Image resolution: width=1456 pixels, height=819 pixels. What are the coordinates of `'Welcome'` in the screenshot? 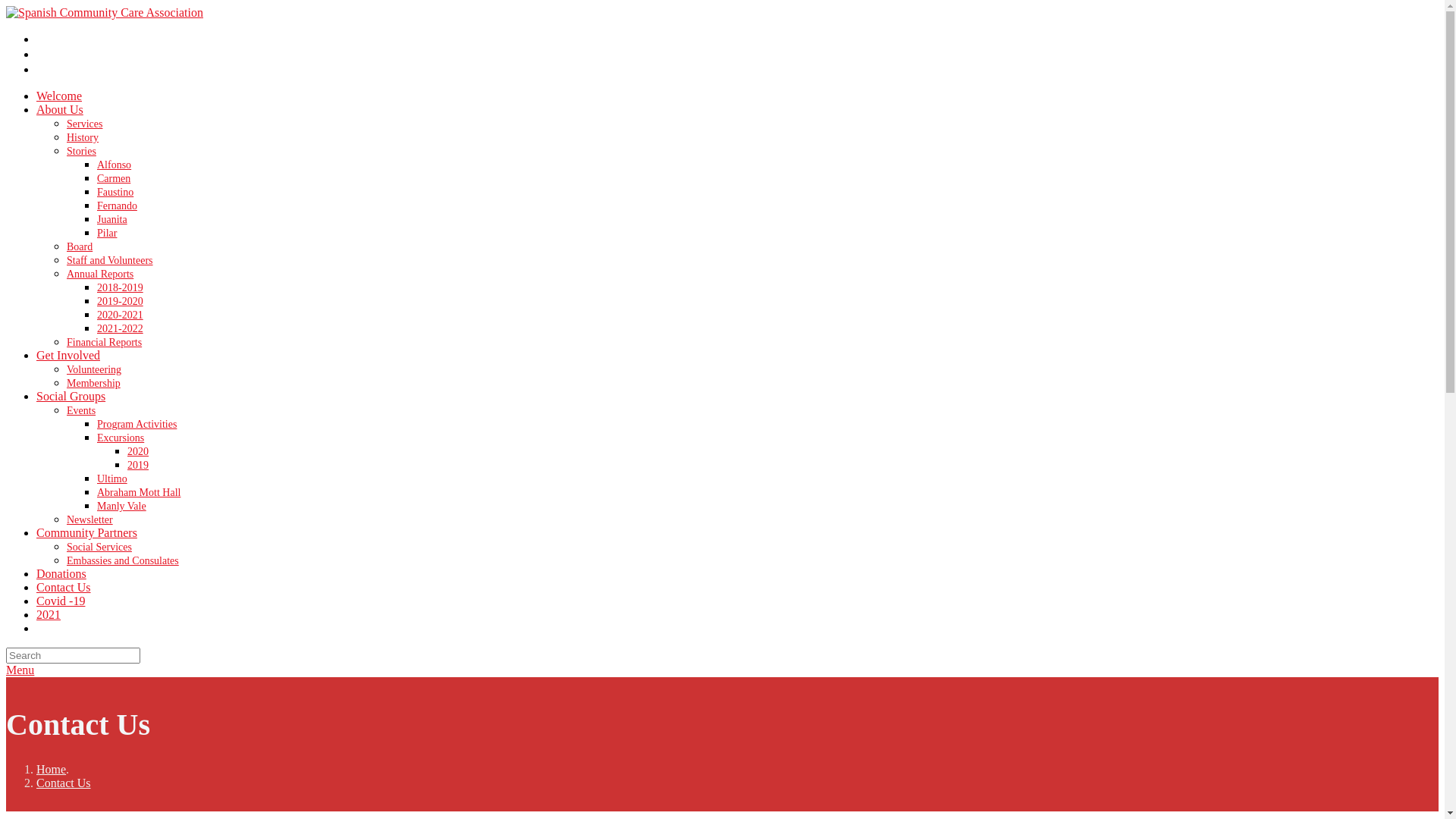 It's located at (58, 96).